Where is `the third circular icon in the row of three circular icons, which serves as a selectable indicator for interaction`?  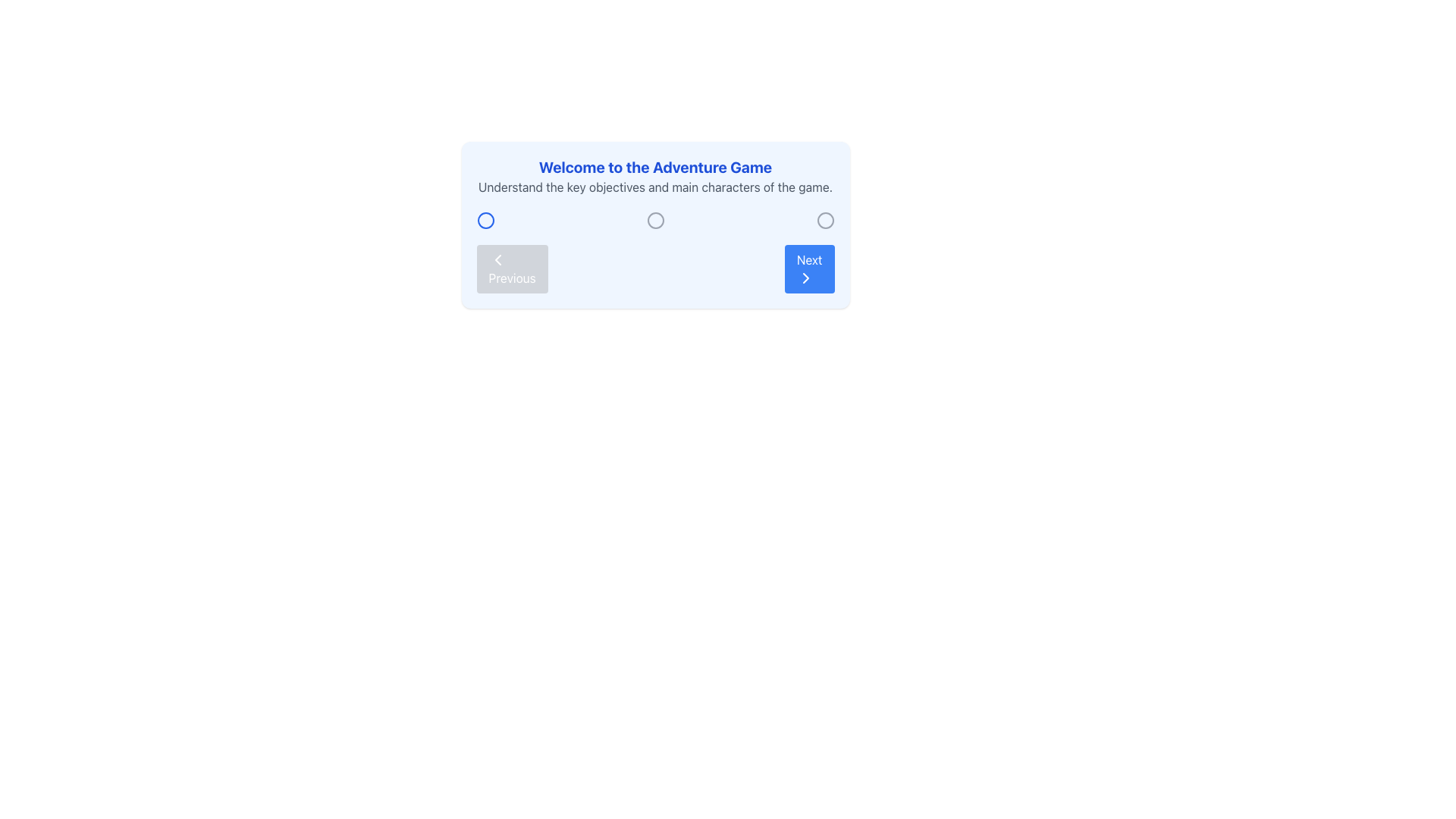
the third circular icon in the row of three circular icons, which serves as a selectable indicator for interaction is located at coordinates (824, 220).